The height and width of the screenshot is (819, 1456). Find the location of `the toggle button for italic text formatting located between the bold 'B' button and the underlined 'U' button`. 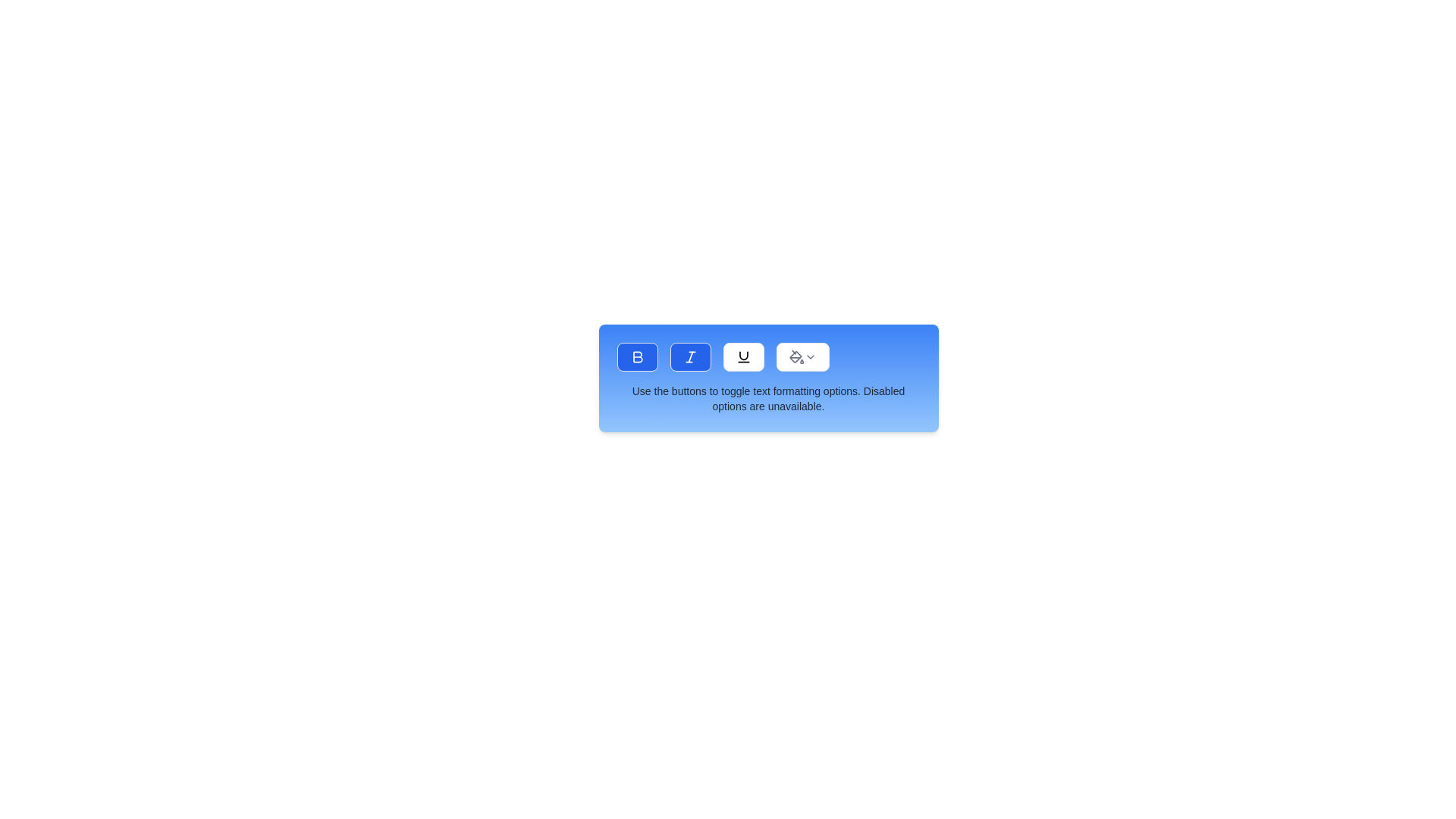

the toggle button for italic text formatting located between the bold 'B' button and the underlined 'U' button is located at coordinates (689, 356).